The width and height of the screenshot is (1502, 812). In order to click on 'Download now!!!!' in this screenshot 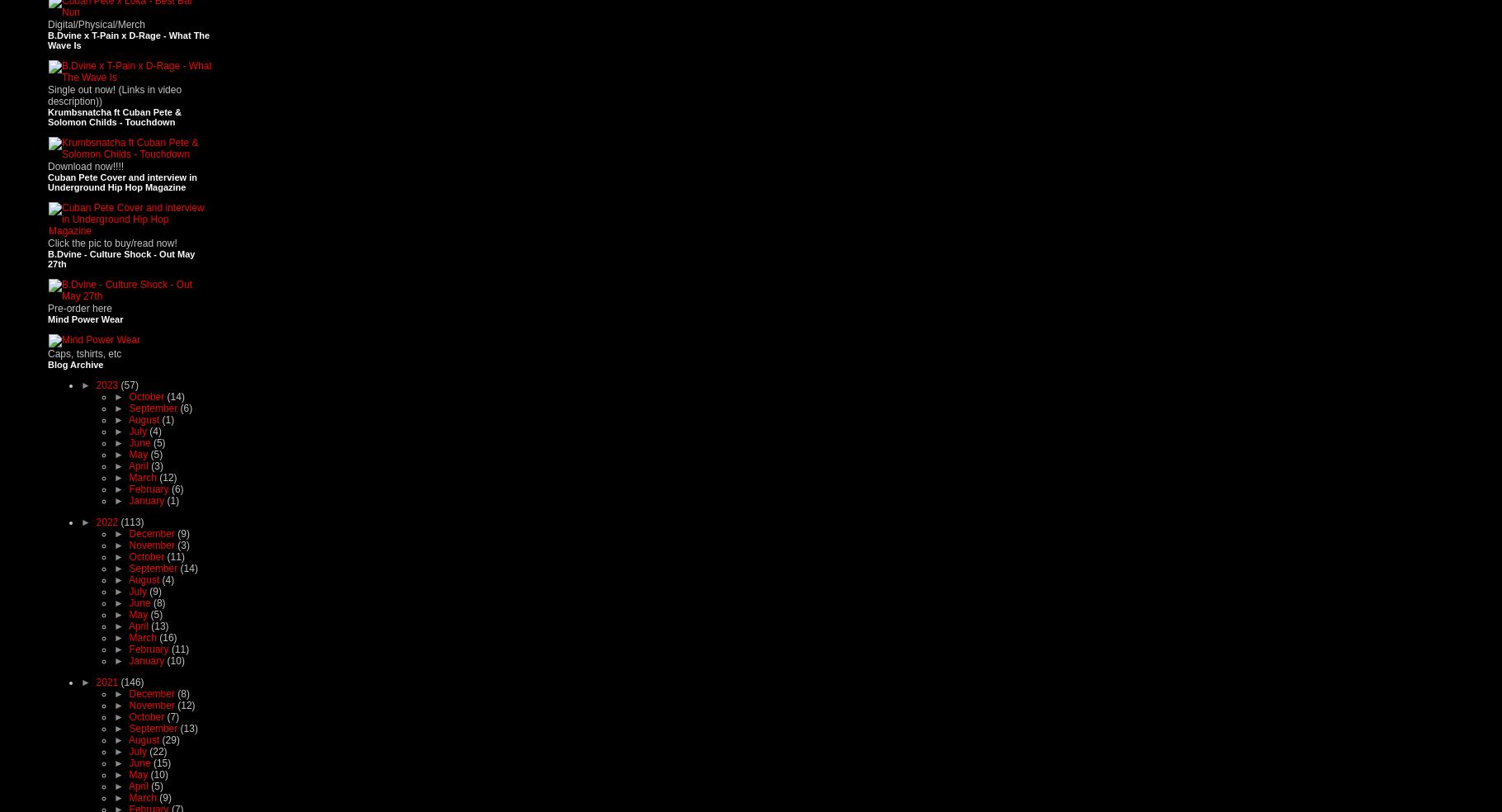, I will do `click(85, 167)`.